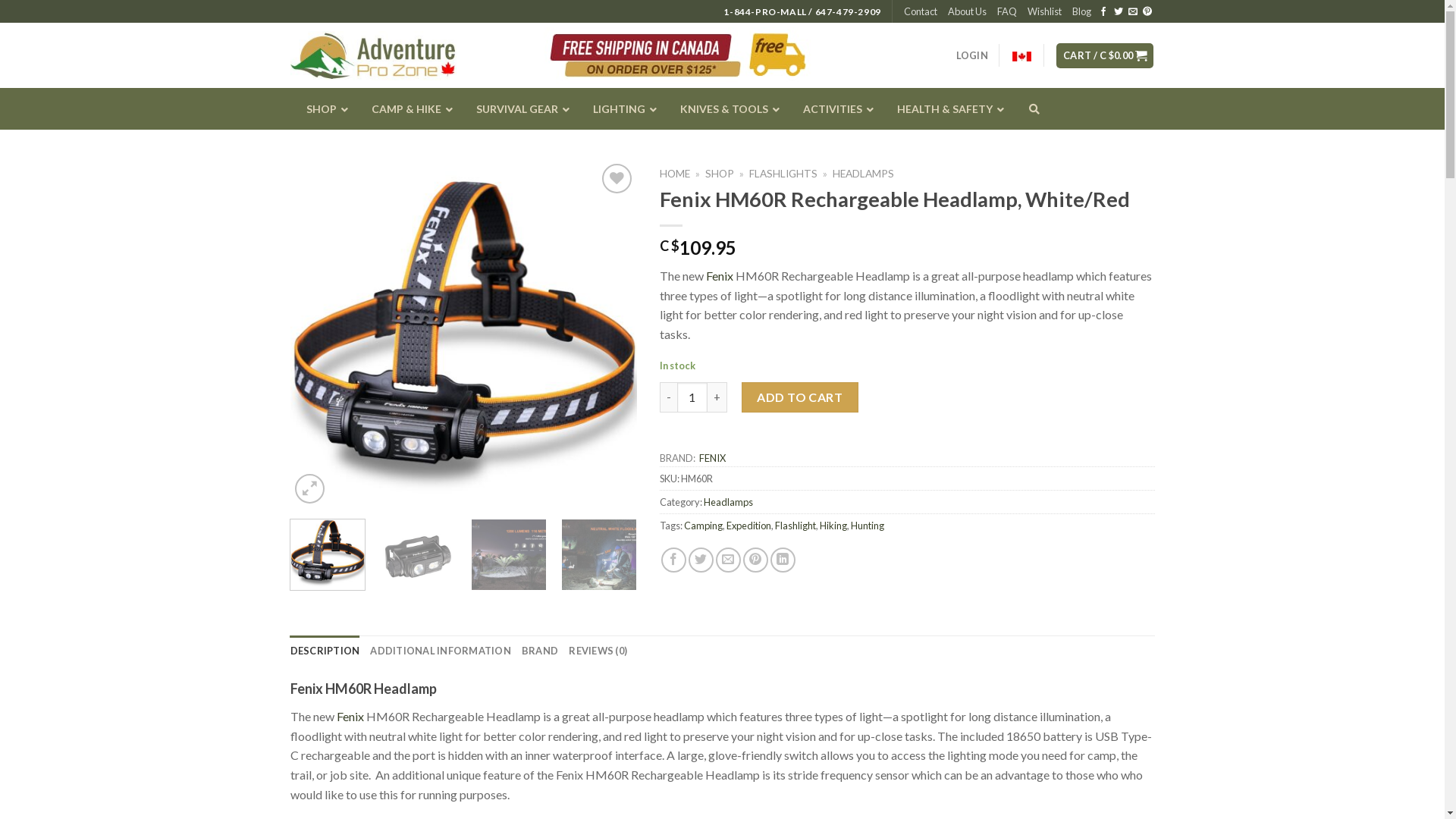 The width and height of the screenshot is (1456, 819). Describe the element at coordinates (1117, 11) in the screenshot. I see `'Follow on Twitter'` at that location.